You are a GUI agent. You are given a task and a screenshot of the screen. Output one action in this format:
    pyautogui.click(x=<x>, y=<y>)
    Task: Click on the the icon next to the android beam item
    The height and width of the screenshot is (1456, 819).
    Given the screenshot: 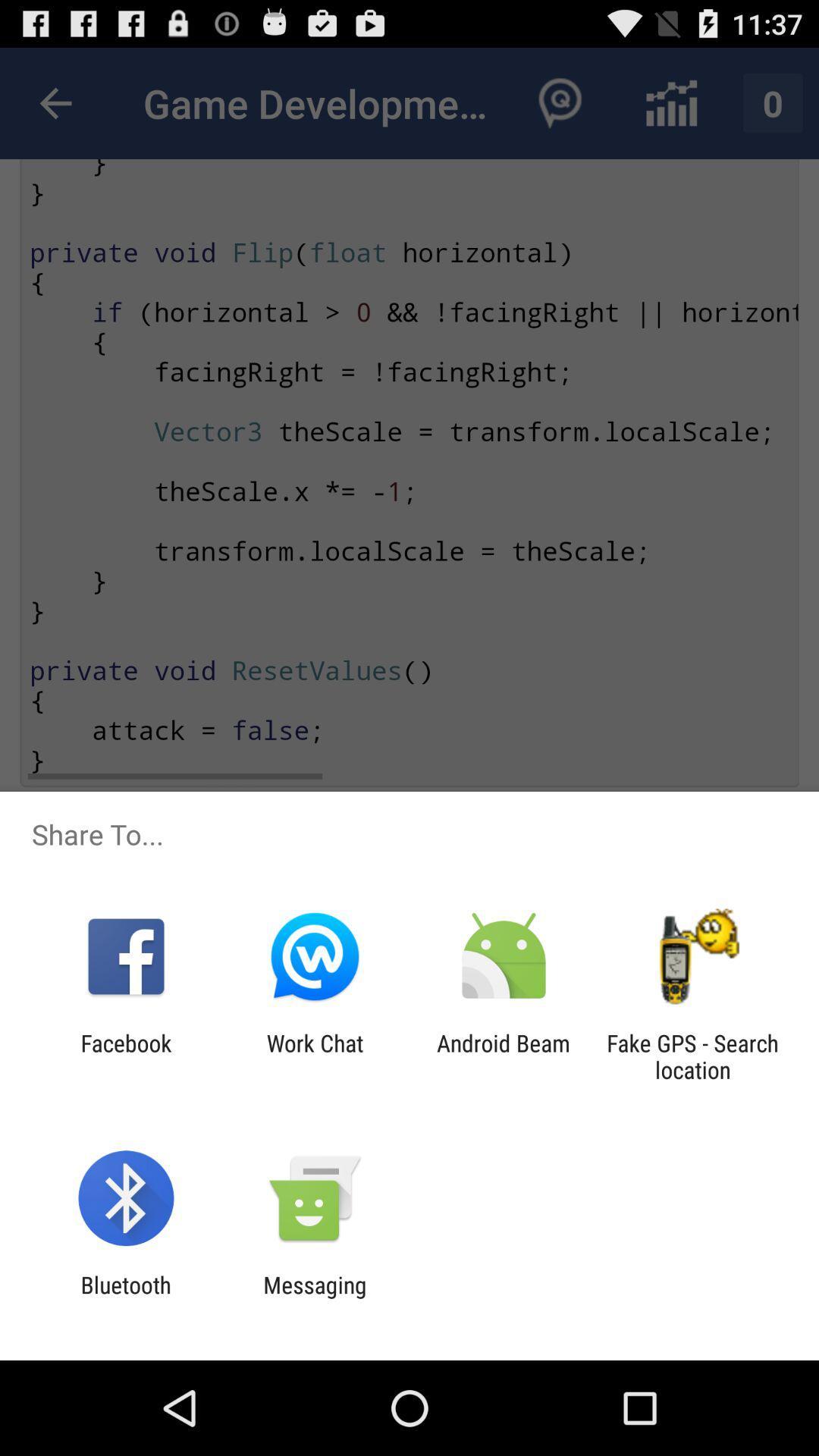 What is the action you would take?
    pyautogui.click(x=692, y=1056)
    